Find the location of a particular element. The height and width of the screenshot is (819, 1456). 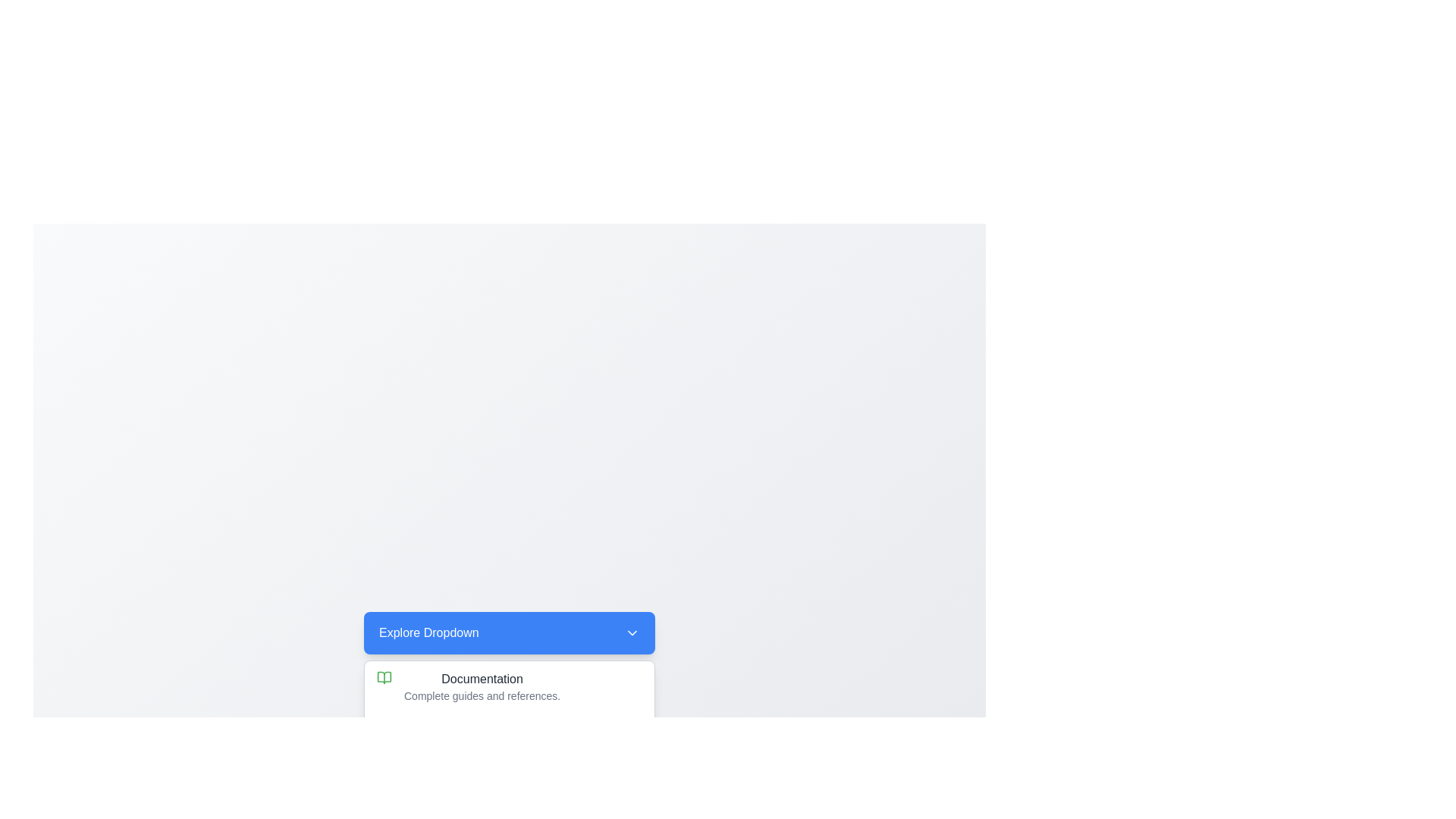

the icon at the far-right corner of the 'Explore Dropdown' button is located at coordinates (632, 632).